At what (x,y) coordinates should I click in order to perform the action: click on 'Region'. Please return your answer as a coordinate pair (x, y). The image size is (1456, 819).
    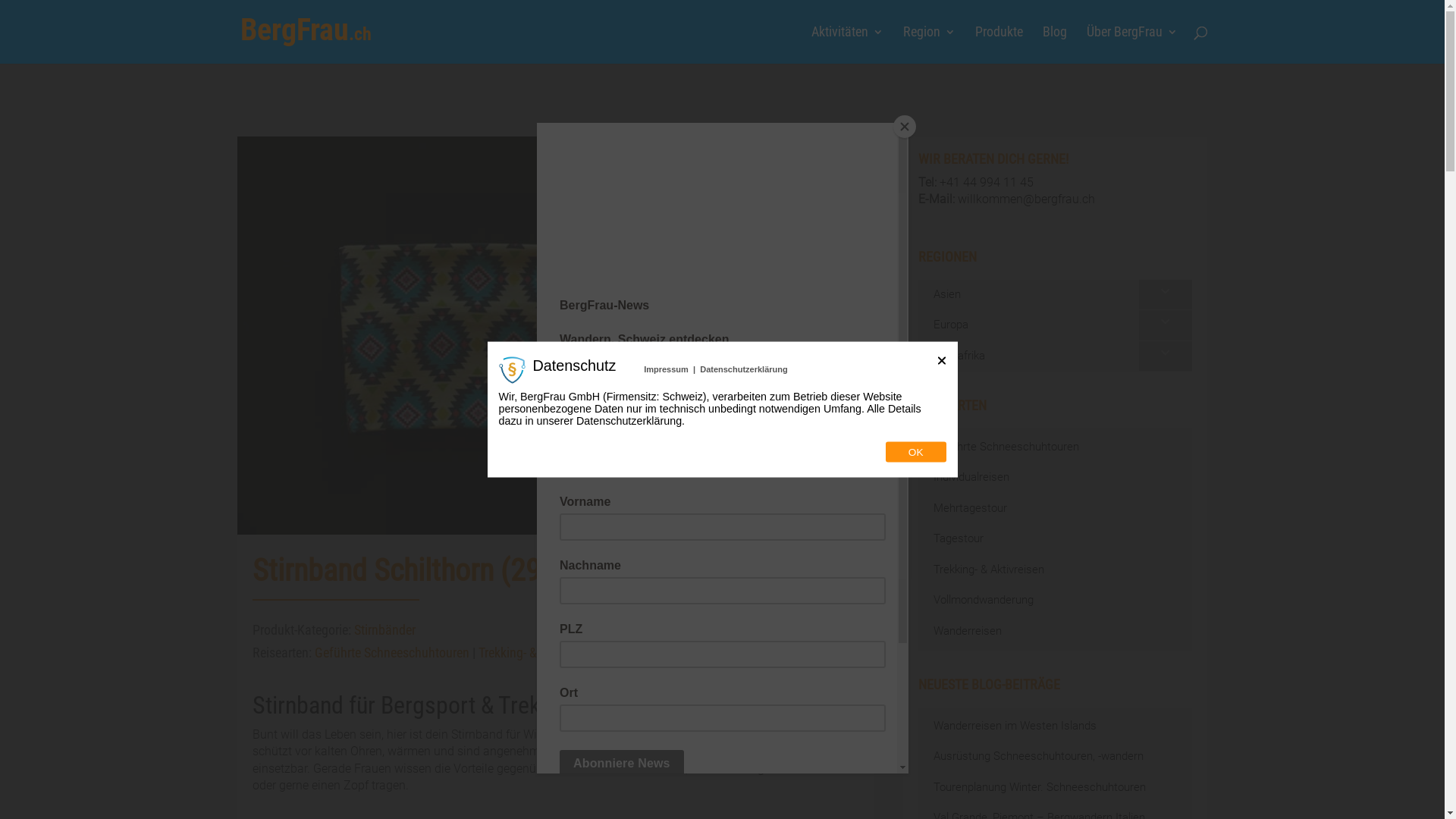
    Looking at the image, I should click on (927, 44).